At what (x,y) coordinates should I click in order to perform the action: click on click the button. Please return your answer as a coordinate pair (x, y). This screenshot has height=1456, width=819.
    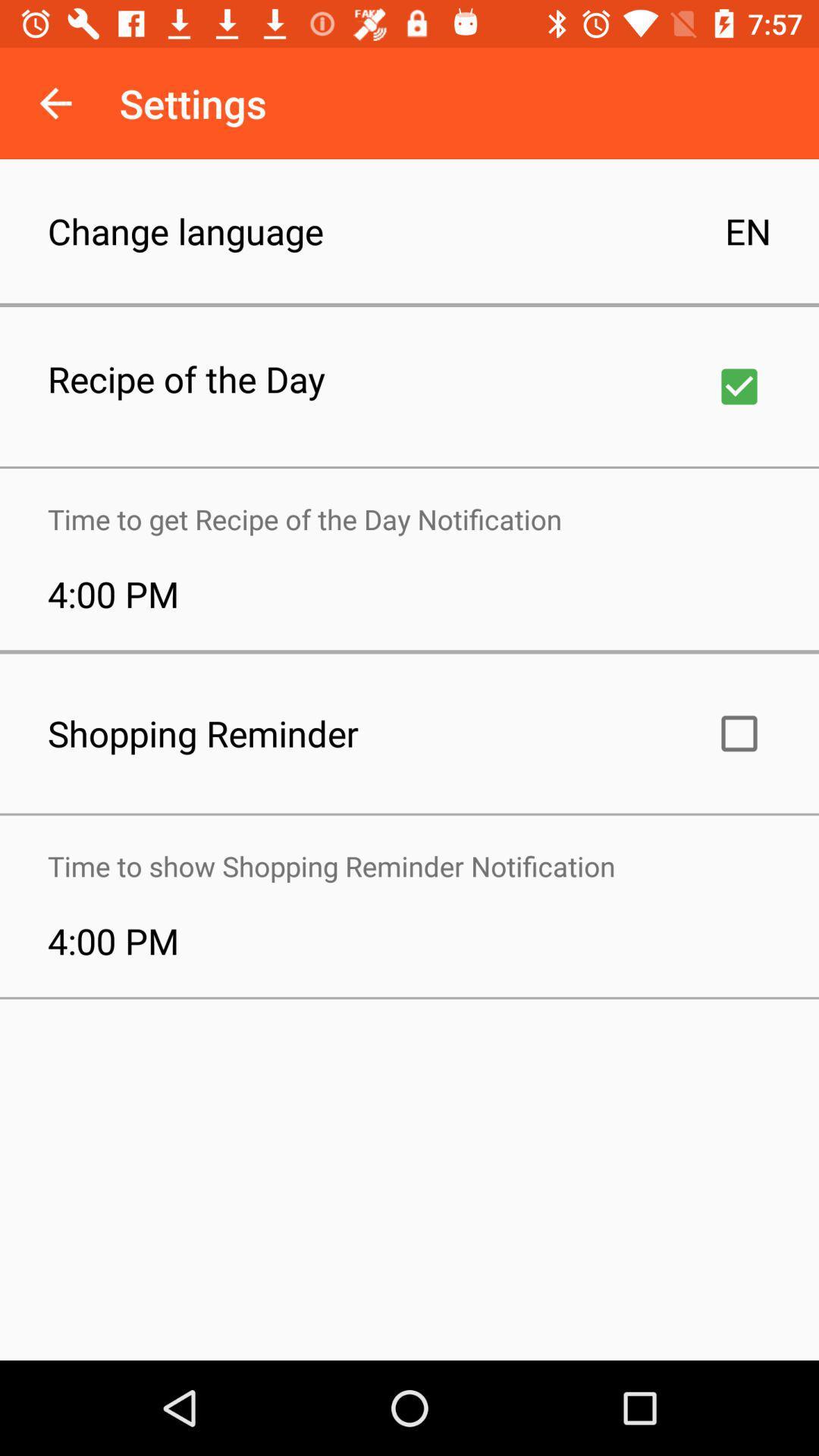
    Looking at the image, I should click on (739, 733).